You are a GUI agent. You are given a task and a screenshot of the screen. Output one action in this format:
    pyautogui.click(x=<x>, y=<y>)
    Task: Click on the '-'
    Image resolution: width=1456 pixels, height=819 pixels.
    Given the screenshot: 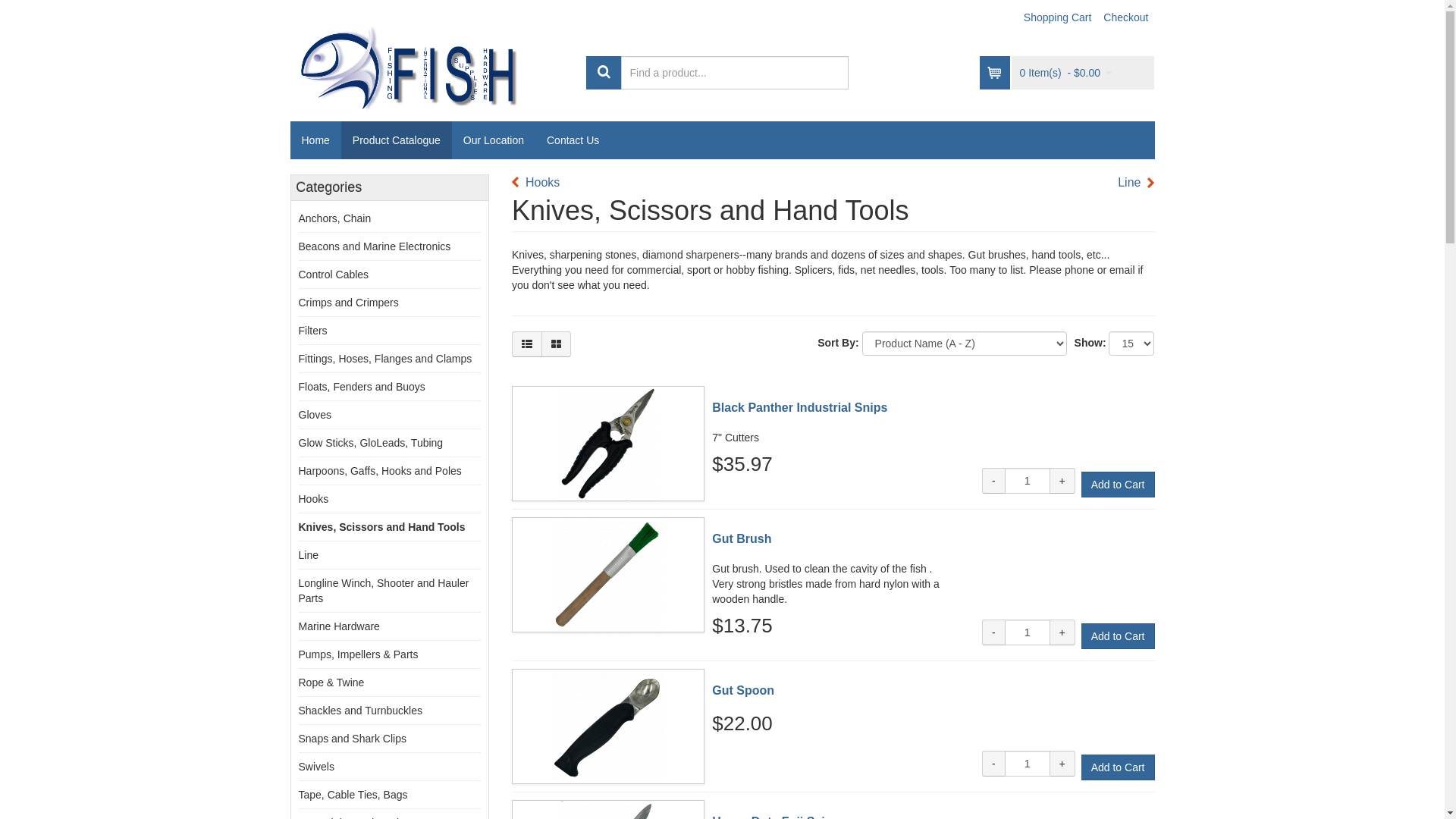 What is the action you would take?
    pyautogui.click(x=982, y=763)
    